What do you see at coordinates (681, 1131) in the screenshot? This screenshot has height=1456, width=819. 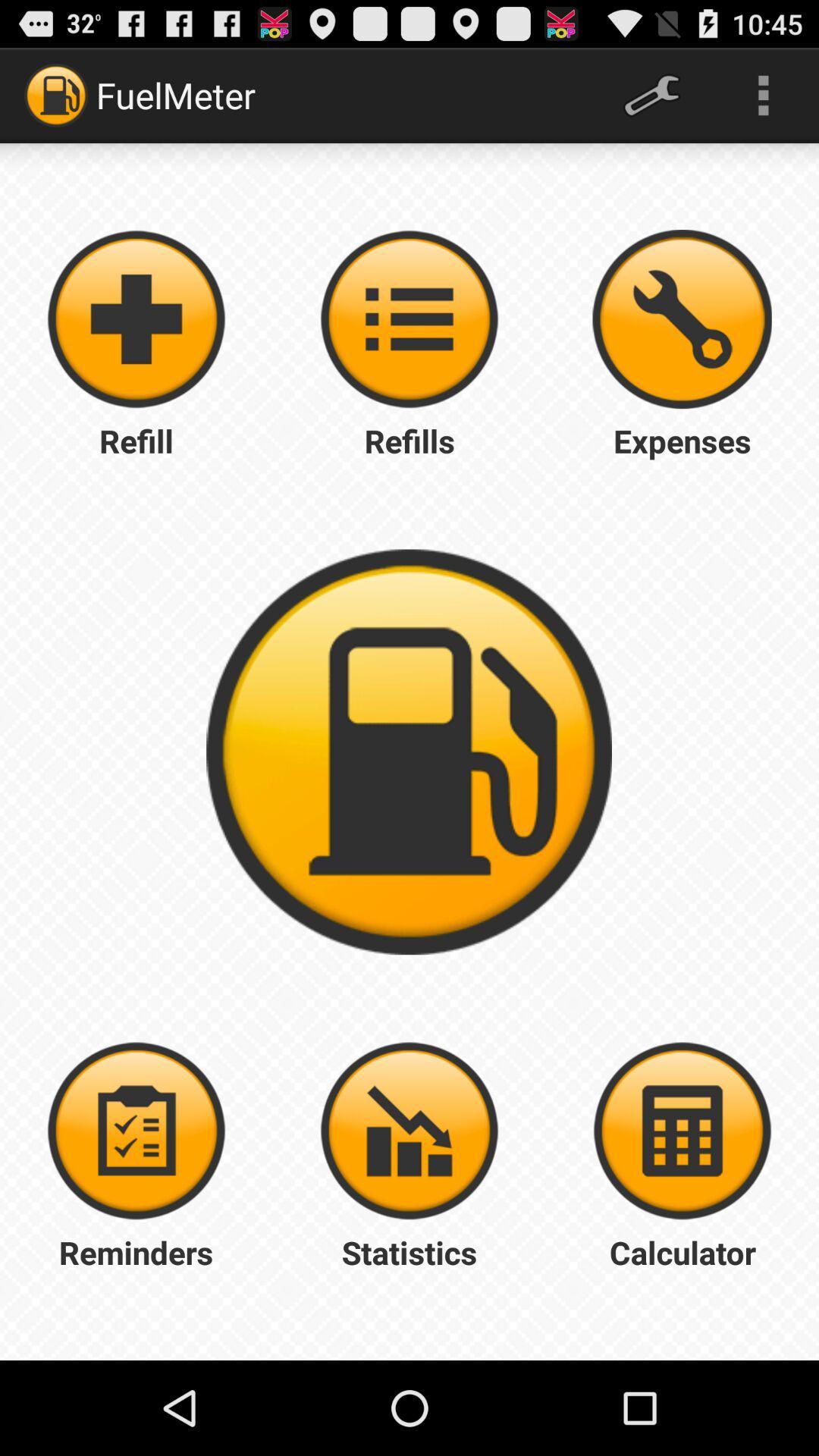 I see `open trip calculator` at bounding box center [681, 1131].